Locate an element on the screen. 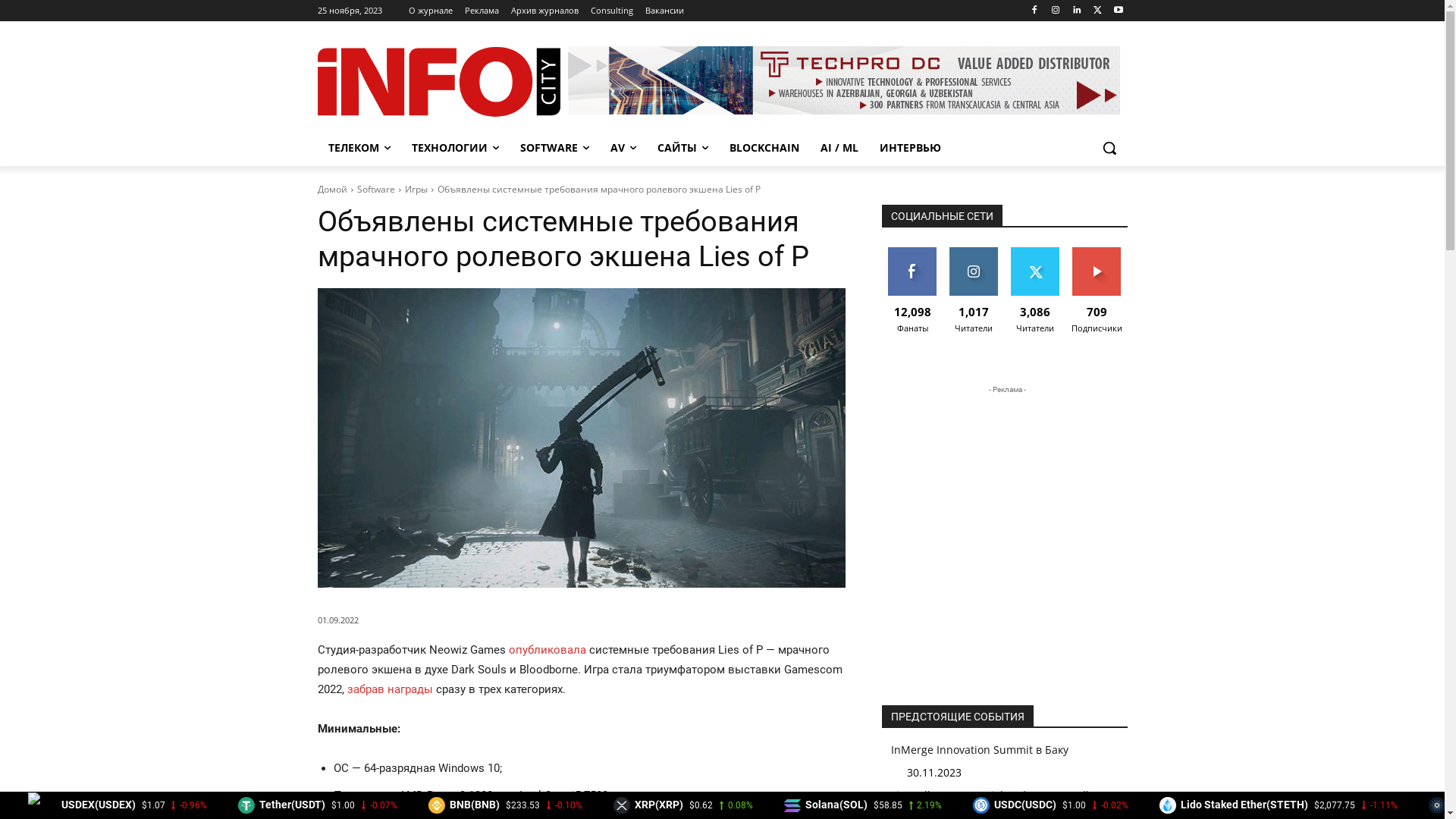 This screenshot has width=1456, height=819. 'AV' is located at coordinates (622, 148).